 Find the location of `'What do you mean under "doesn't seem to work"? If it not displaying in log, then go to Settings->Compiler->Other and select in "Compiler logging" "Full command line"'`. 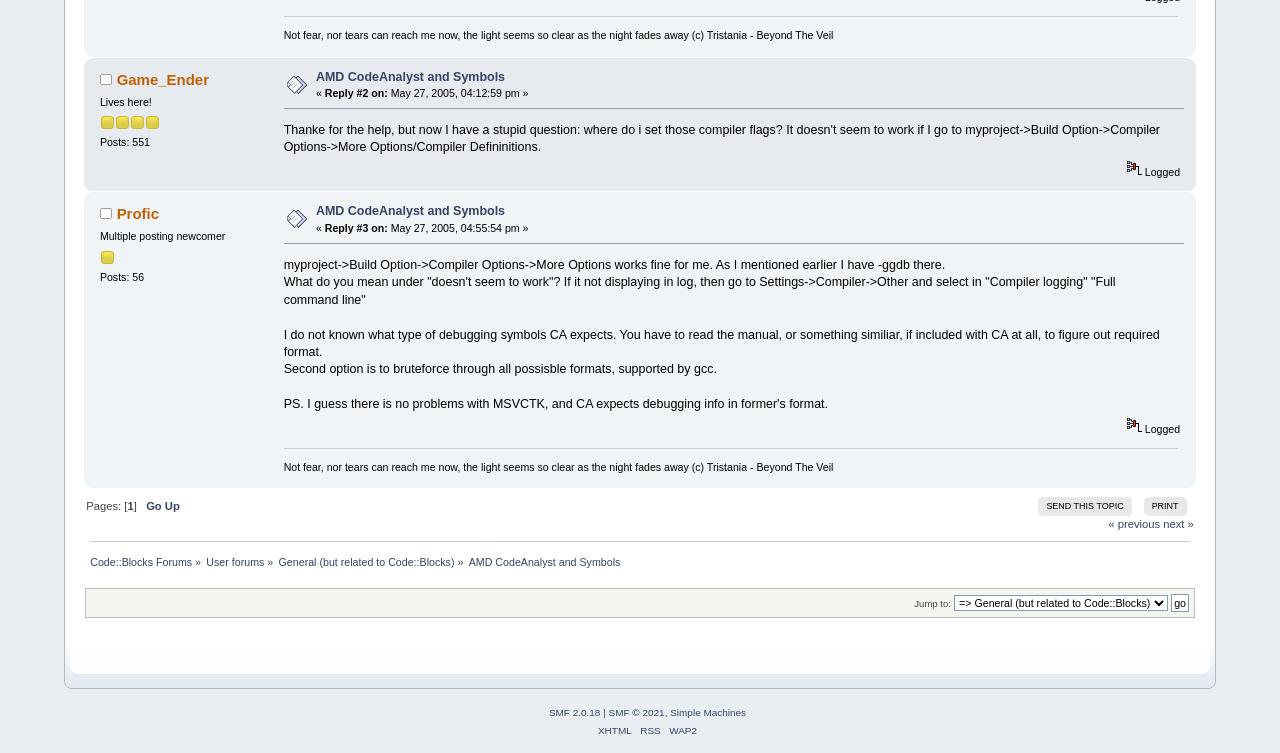

'What do you mean under "doesn't seem to work"? If it not displaying in log, then go to Settings->Compiler->Other and select in "Compiler logging" "Full command line"' is located at coordinates (282, 290).